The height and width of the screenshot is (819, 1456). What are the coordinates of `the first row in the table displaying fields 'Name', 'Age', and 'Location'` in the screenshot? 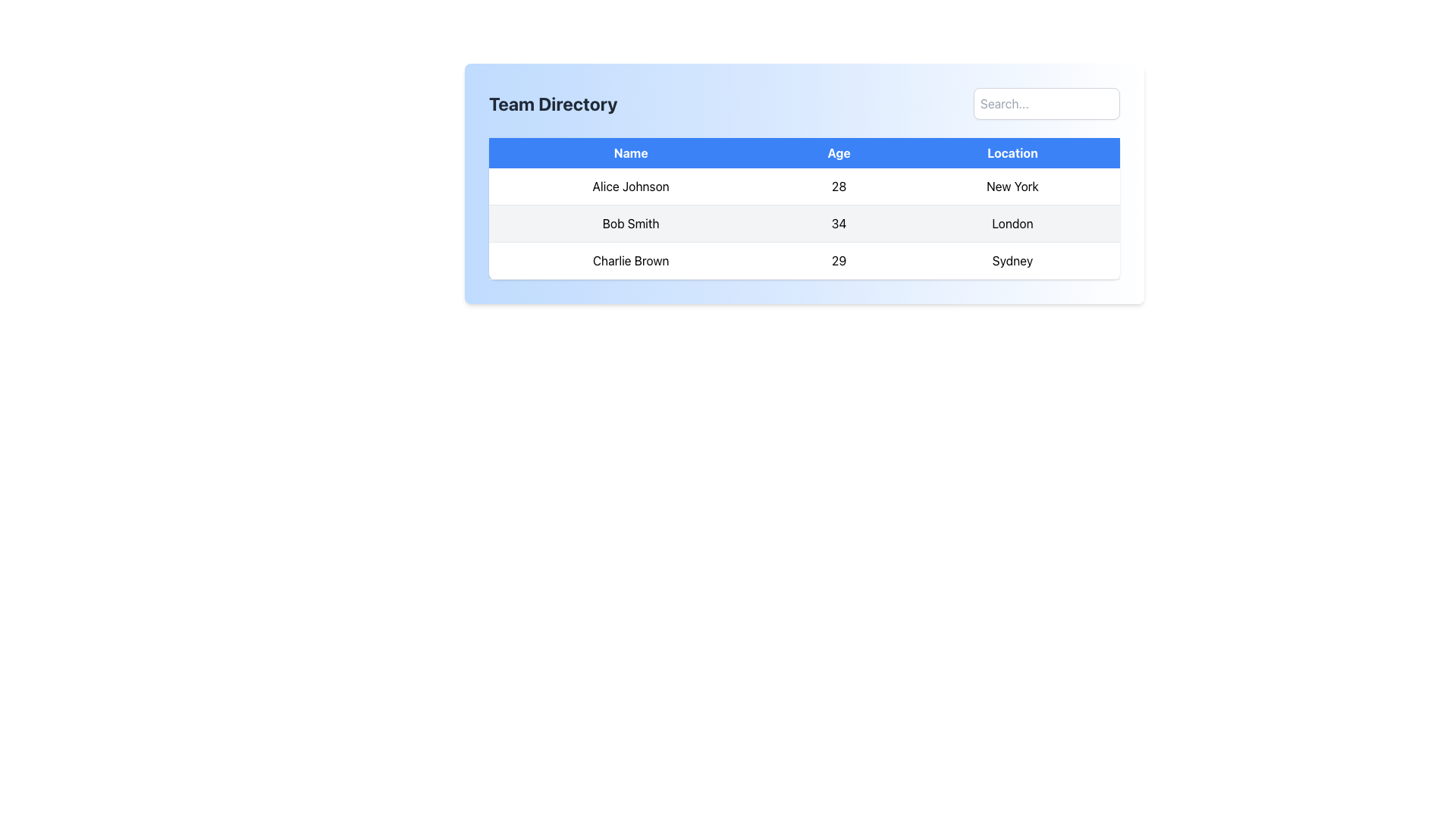 It's located at (803, 186).